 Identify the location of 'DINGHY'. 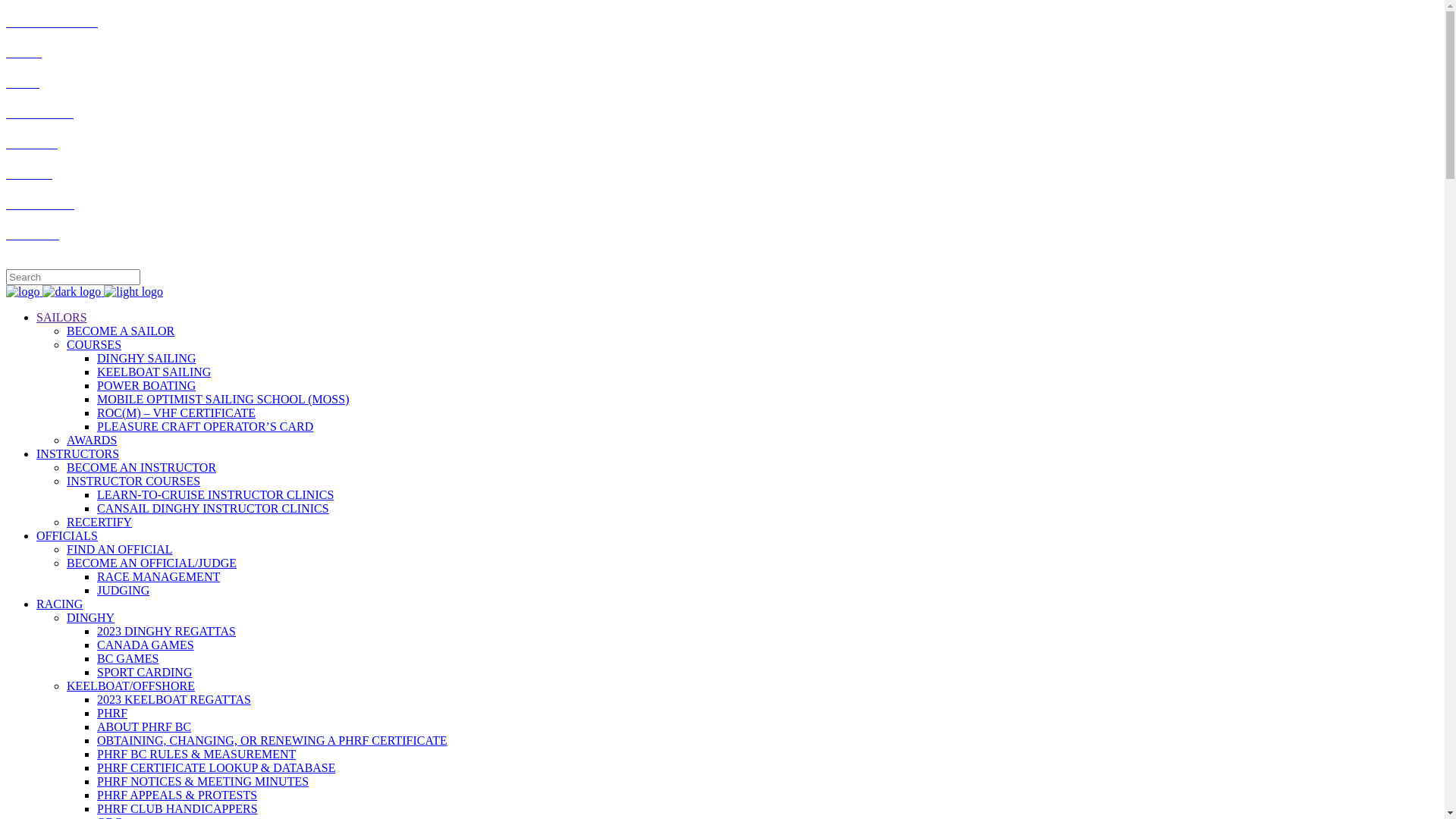
(89, 617).